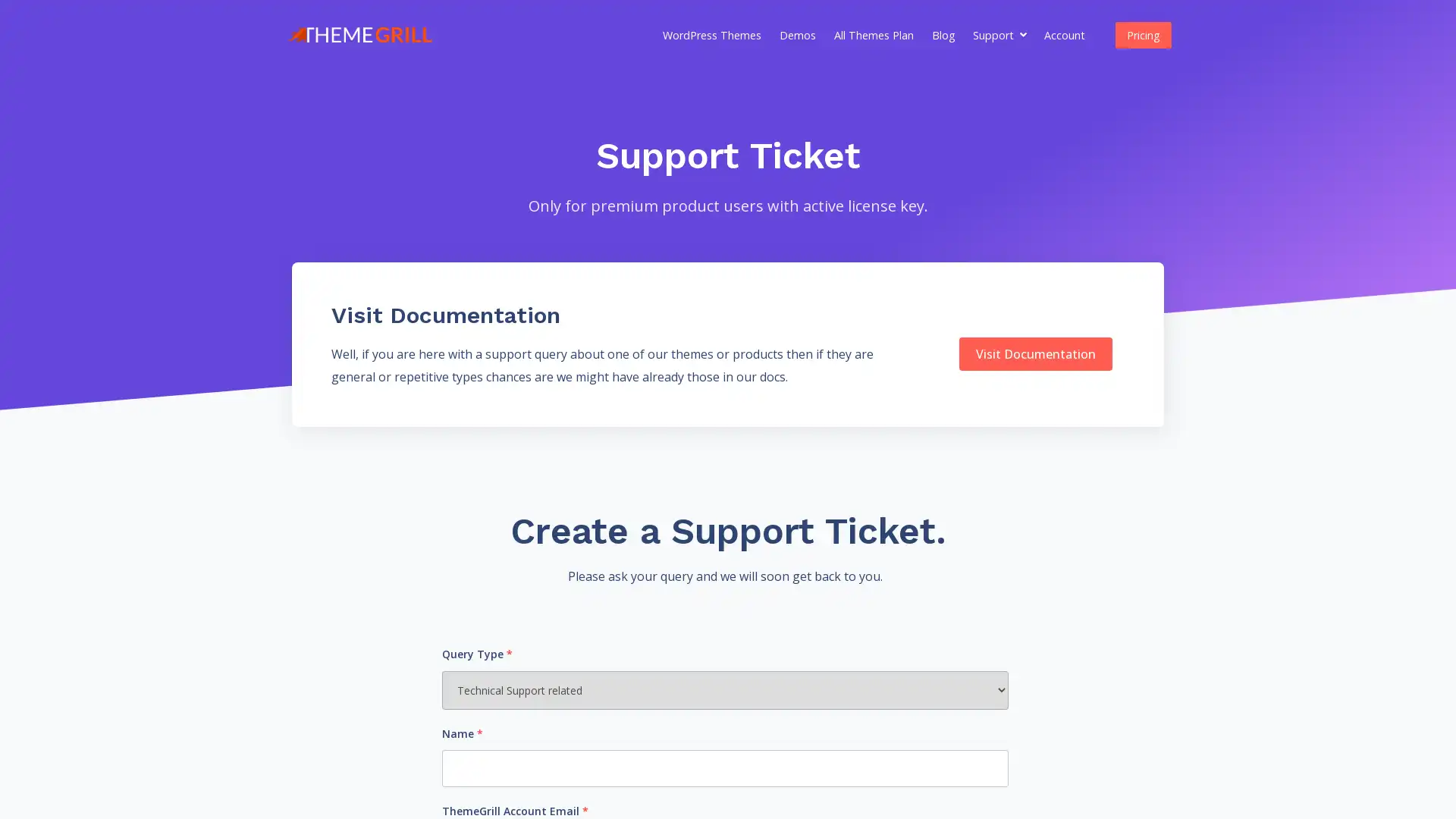 The height and width of the screenshot is (819, 1456). I want to click on Visit Documentation, so click(1034, 353).